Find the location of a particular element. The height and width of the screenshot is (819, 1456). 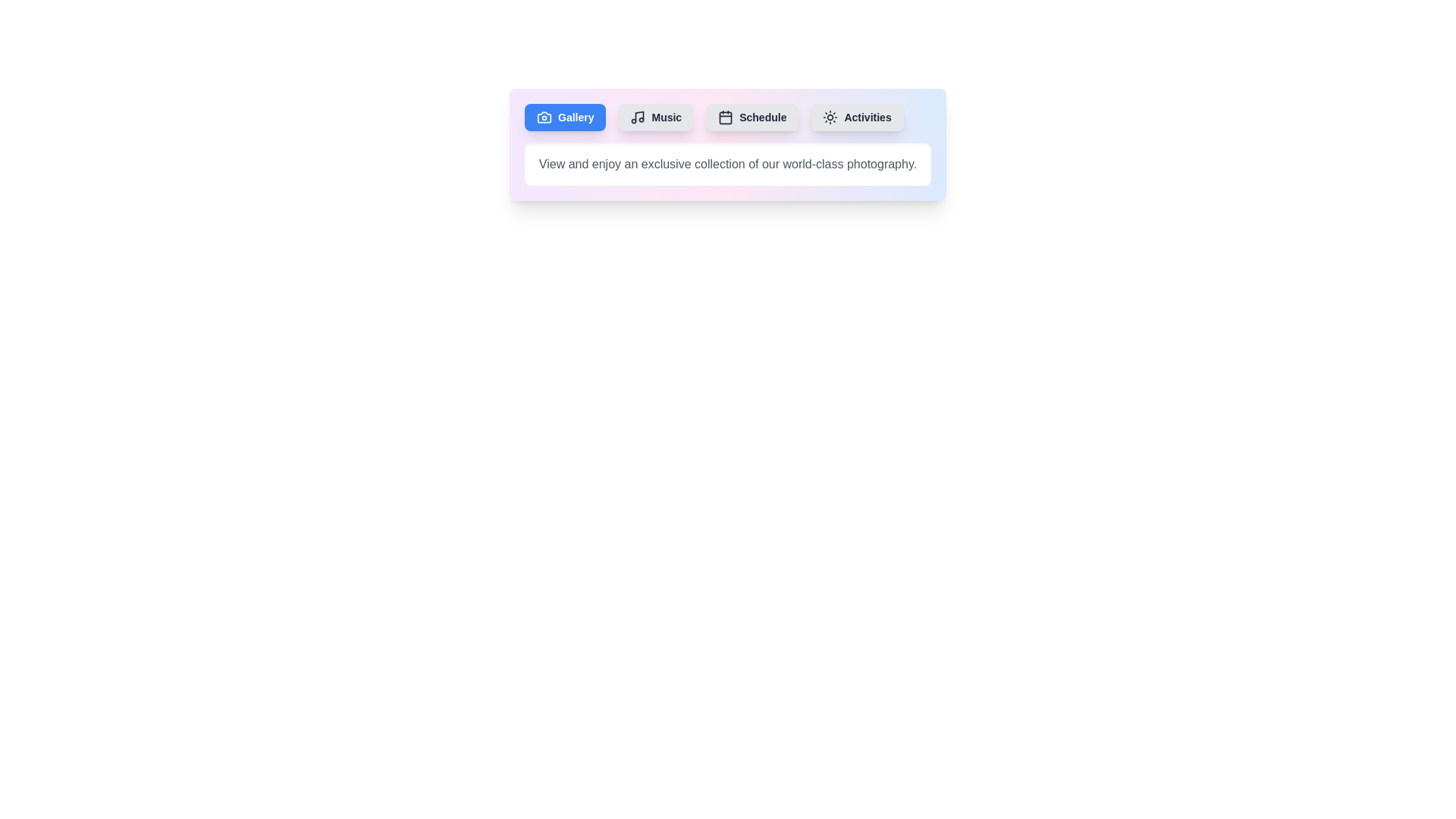

the tab labeled Activities is located at coordinates (857, 116).